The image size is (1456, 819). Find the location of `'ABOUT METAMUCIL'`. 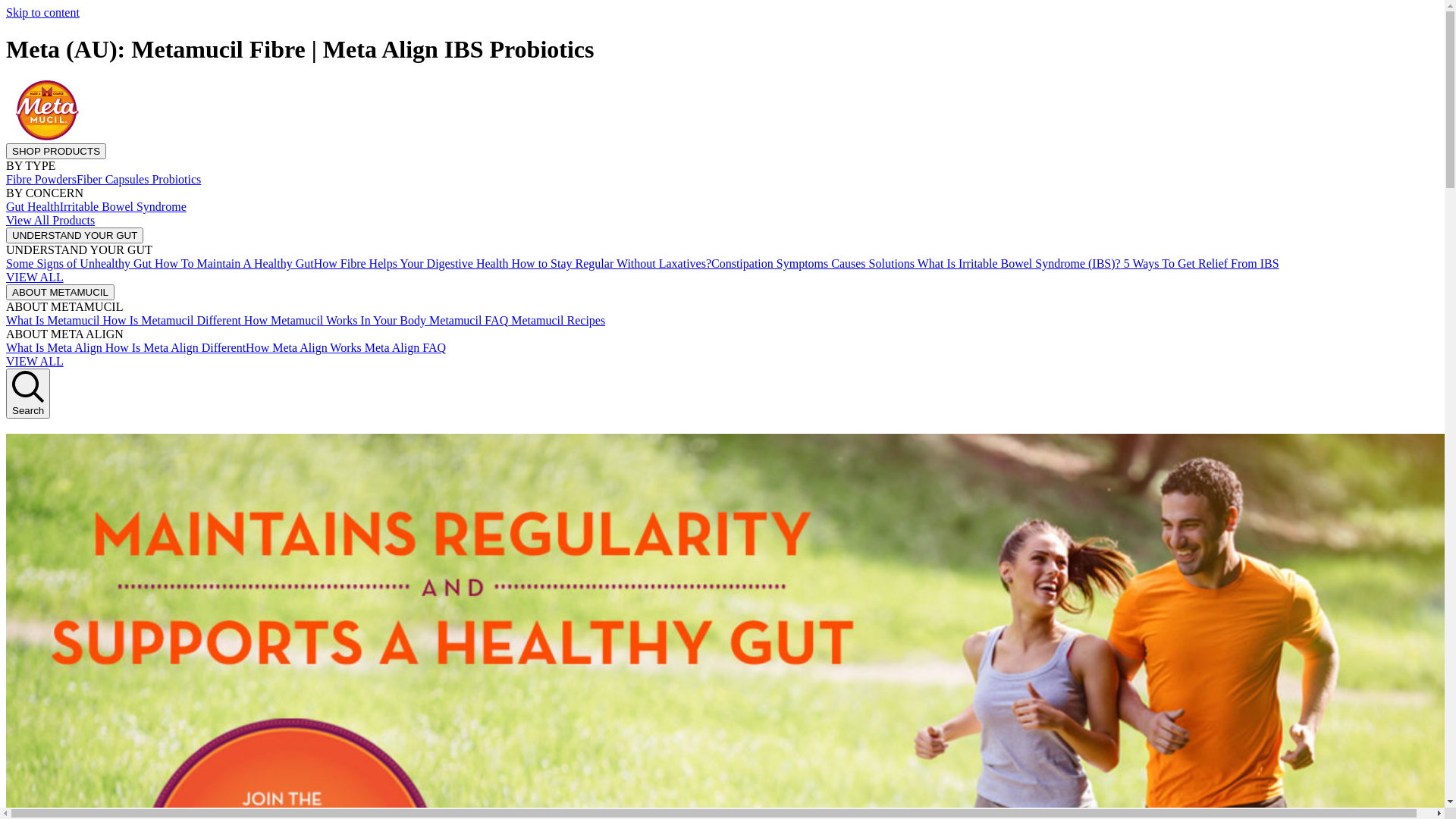

'ABOUT METAMUCIL' is located at coordinates (60, 292).